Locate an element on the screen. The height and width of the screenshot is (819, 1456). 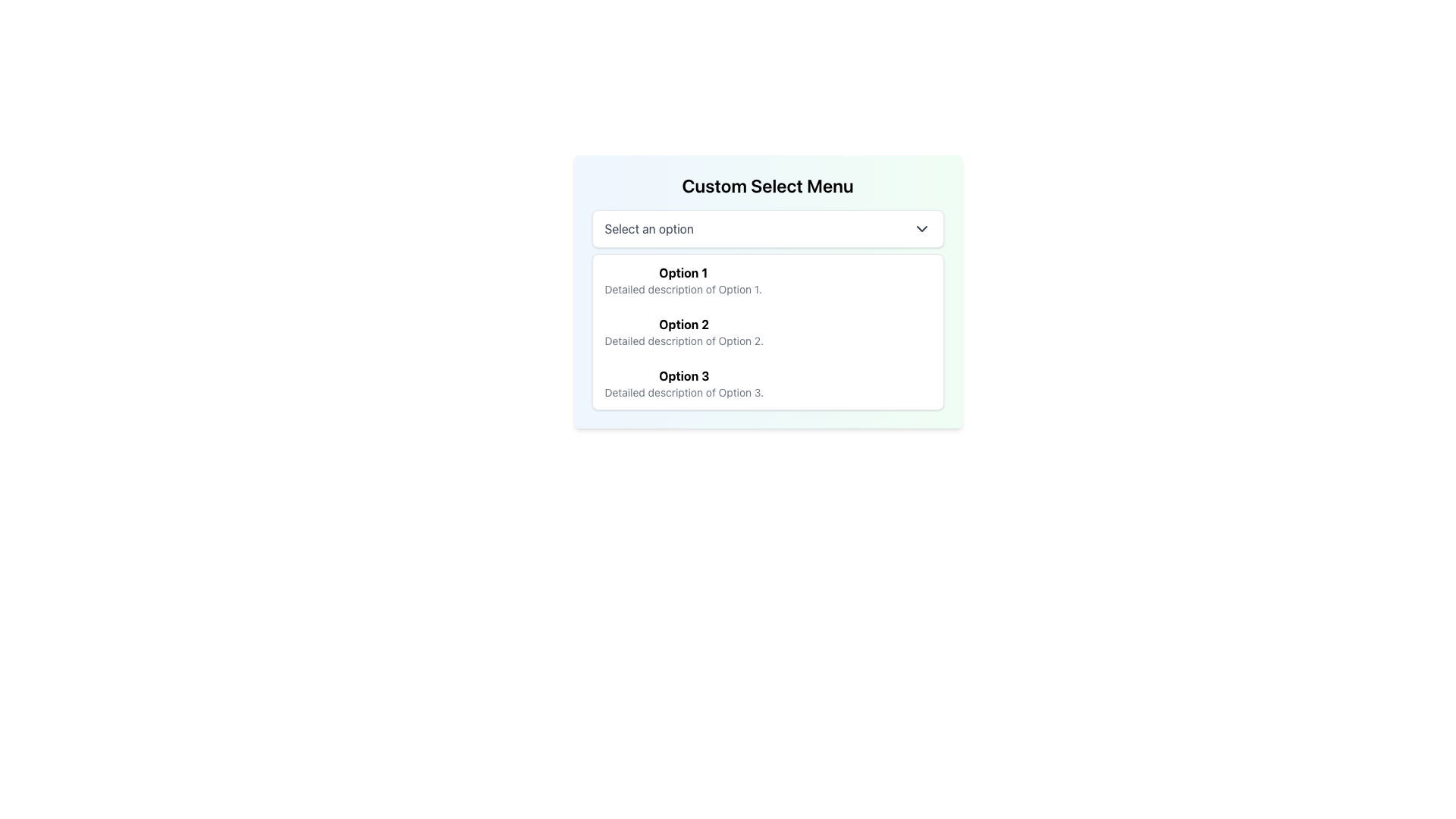
the Text Description Label that provides context for 'Option 3' in the dropdown menu, located below 'Option 3' is located at coordinates (683, 391).